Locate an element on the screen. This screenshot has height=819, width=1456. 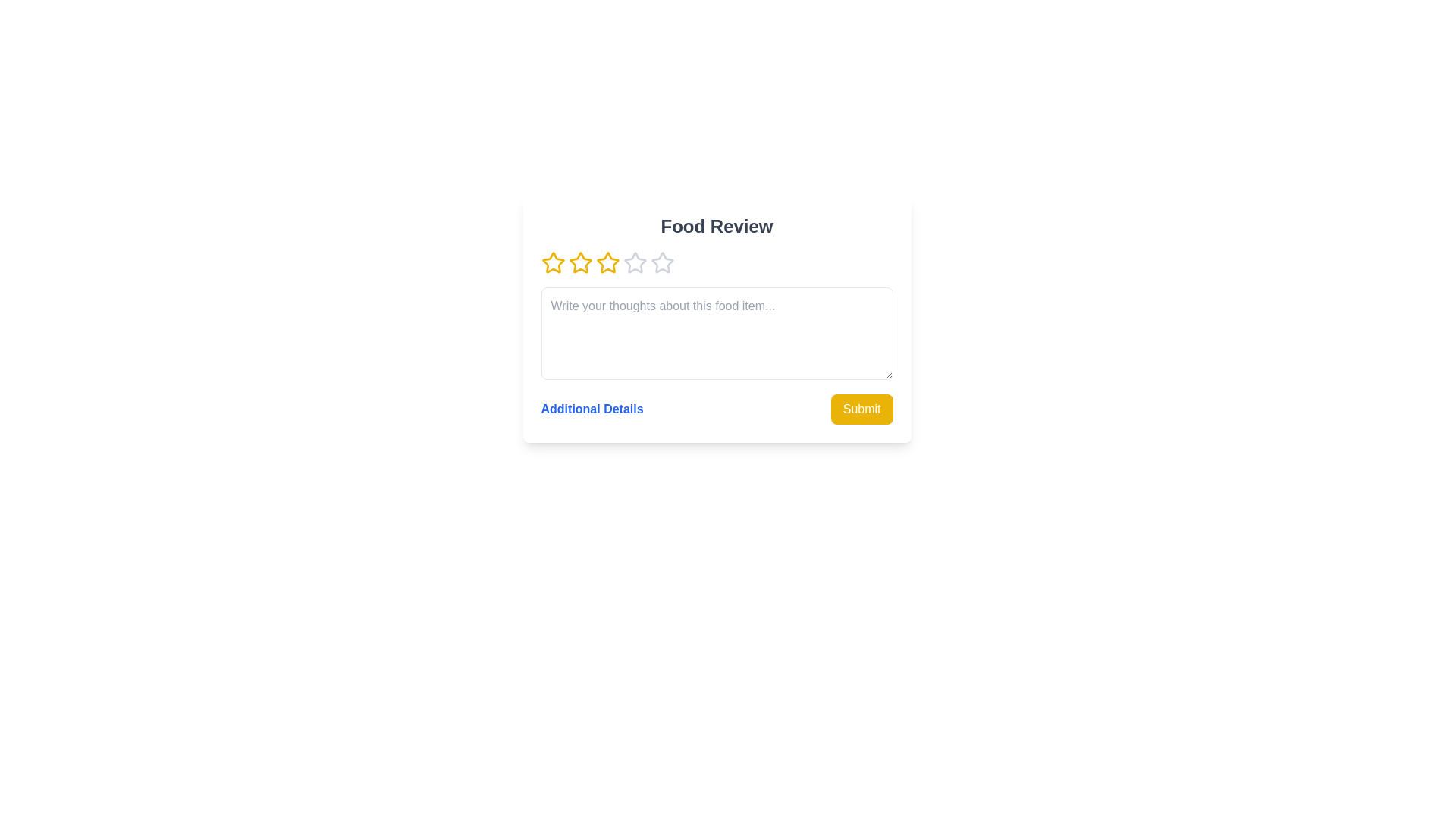
the text area and type the review text is located at coordinates (716, 332).